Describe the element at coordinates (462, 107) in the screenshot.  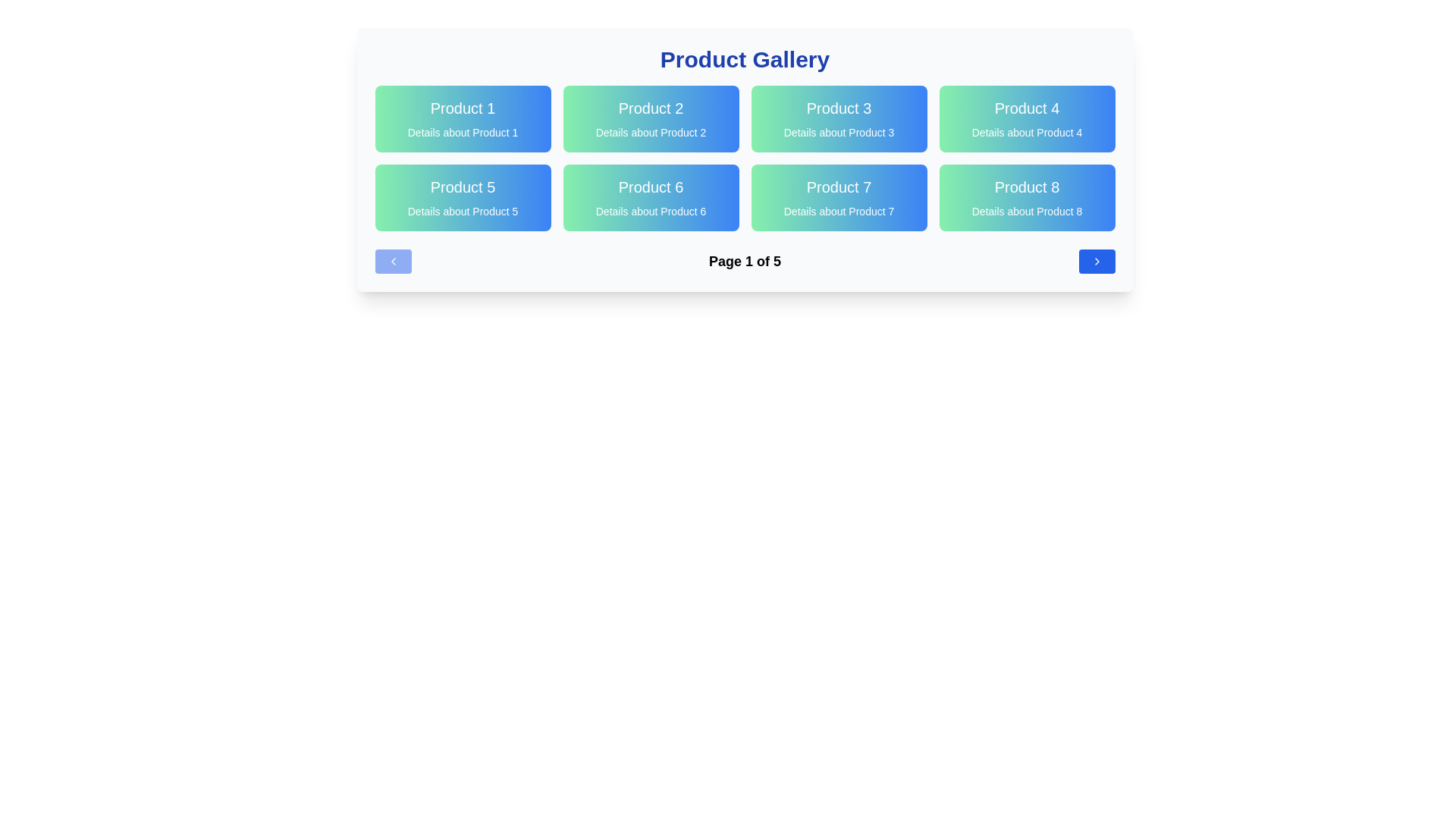
I see `the static text label that serves as the title or label for the corresponding product card, which is located in the first position of the first row of a grid showcasing multiple products` at that location.